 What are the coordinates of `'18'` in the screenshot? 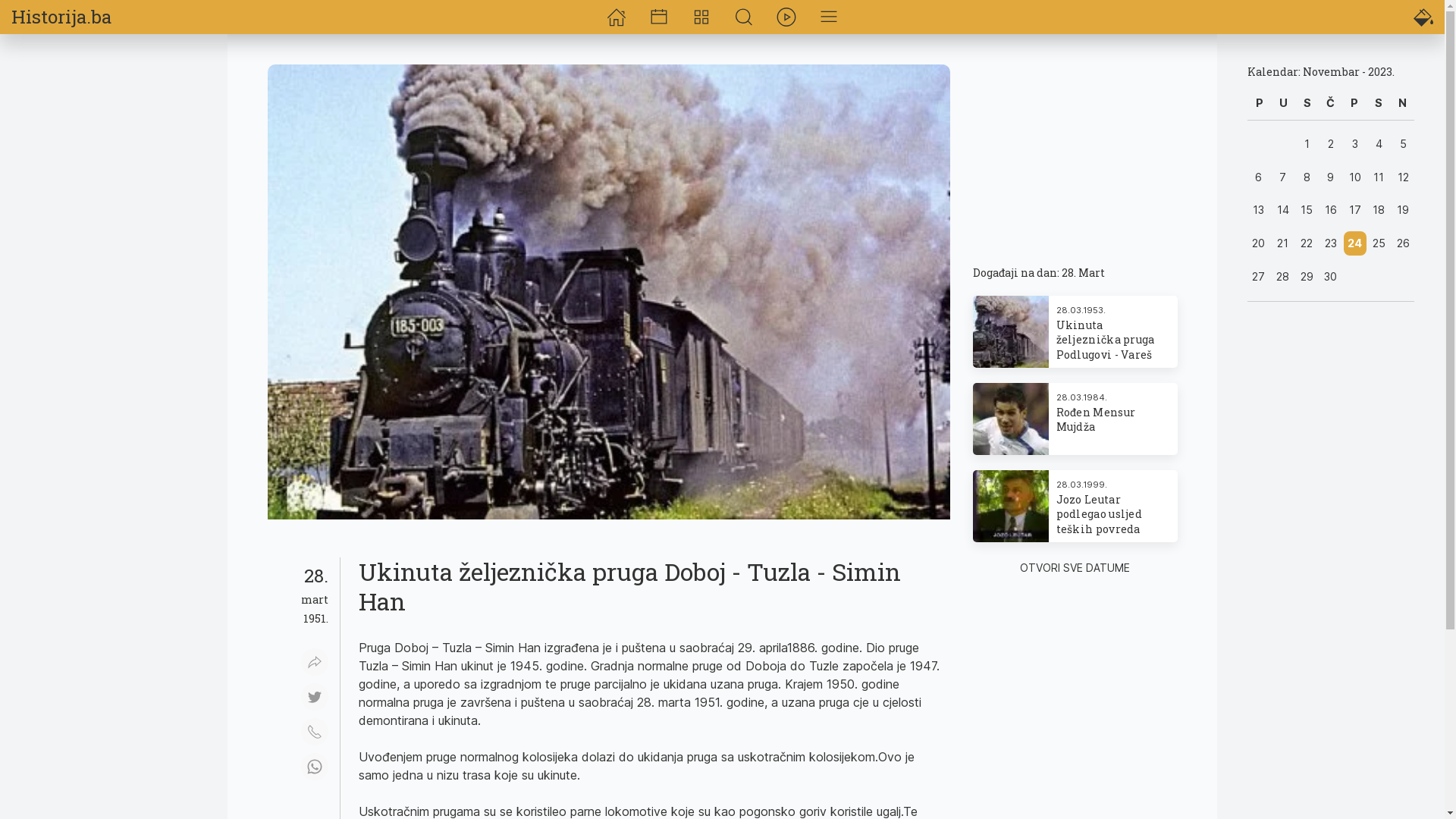 It's located at (1379, 210).